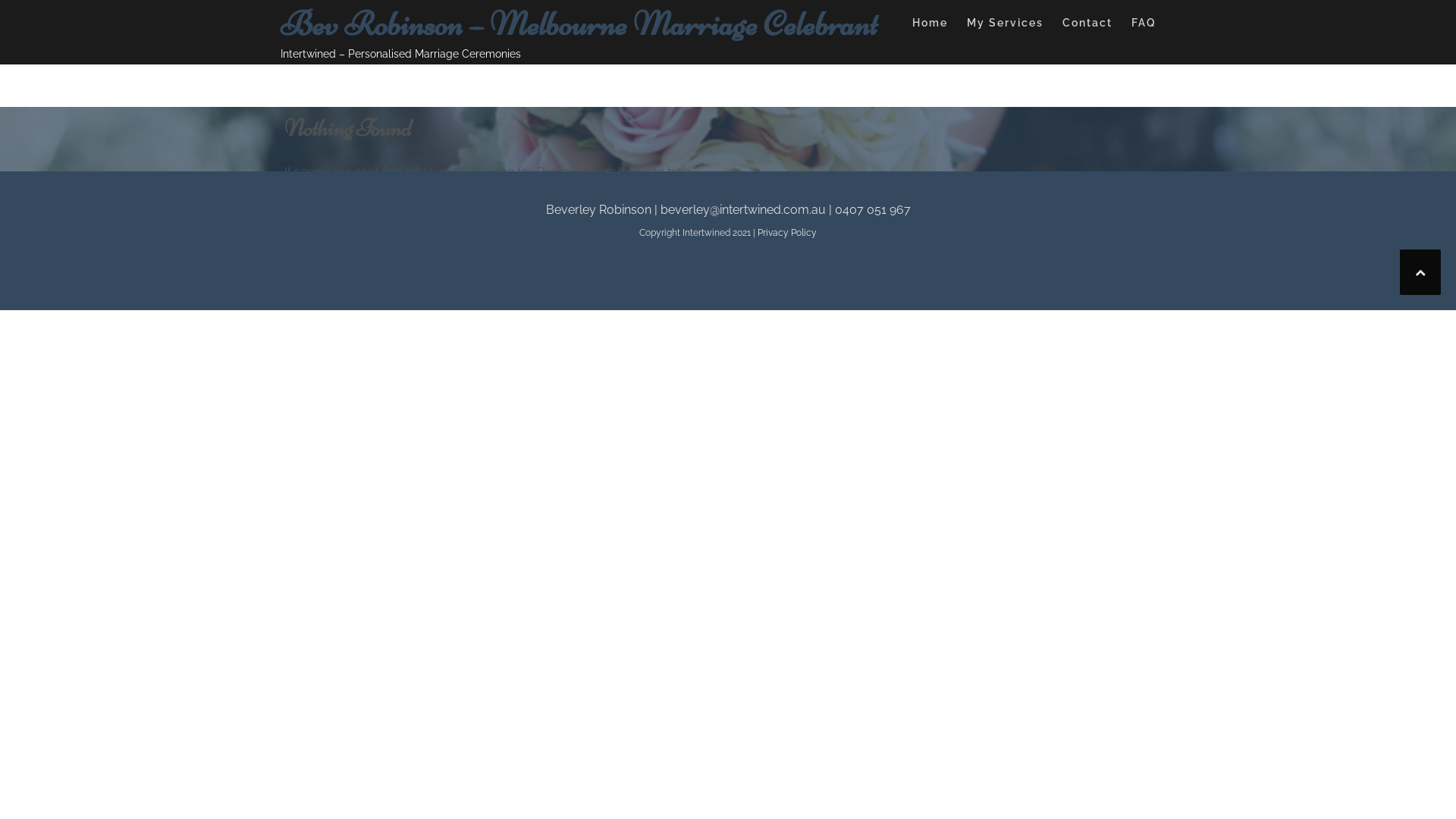  I want to click on 'Skip to content', so click(0, 0).